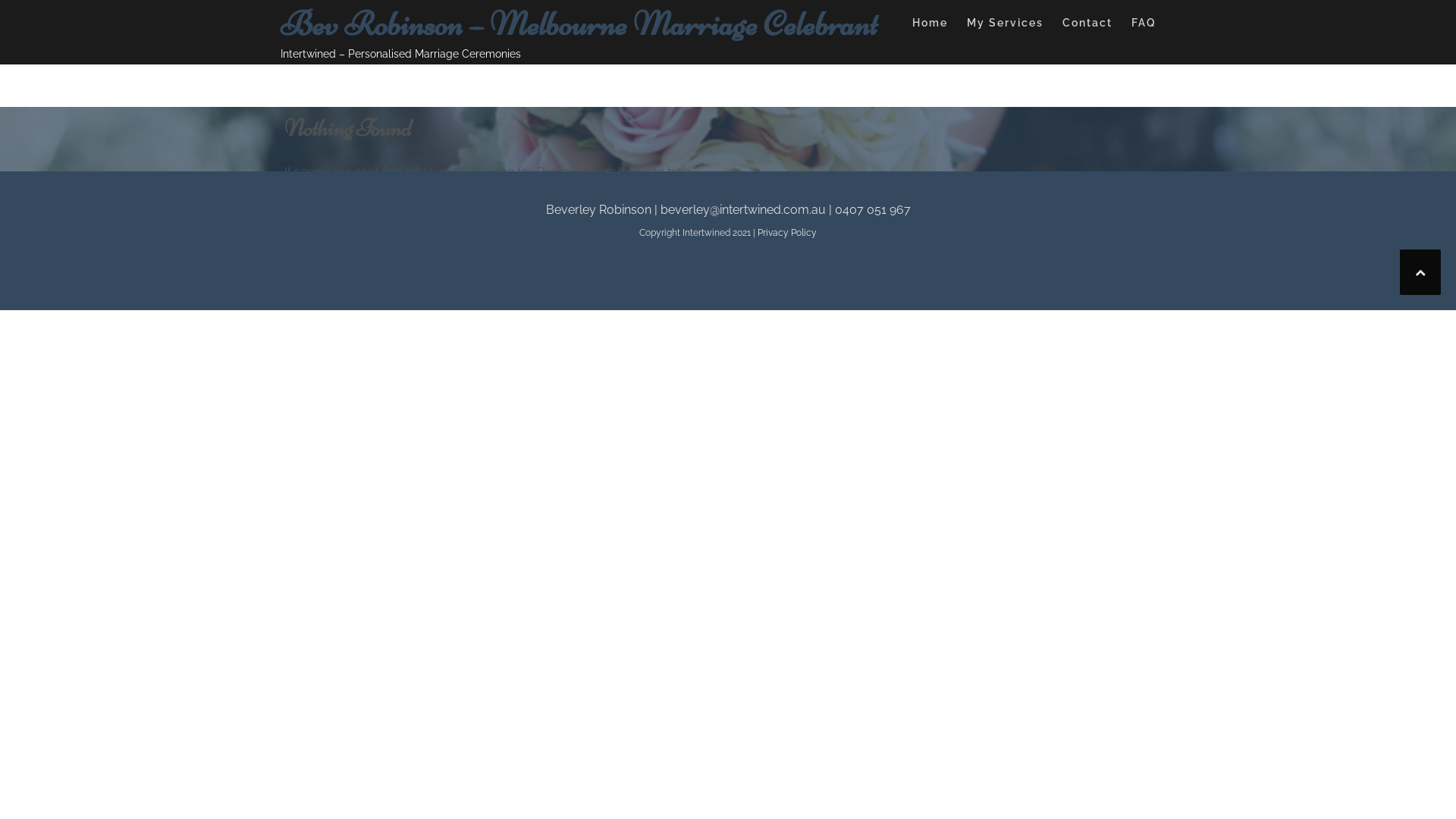  I want to click on 'Skip to content', so click(0, 0).